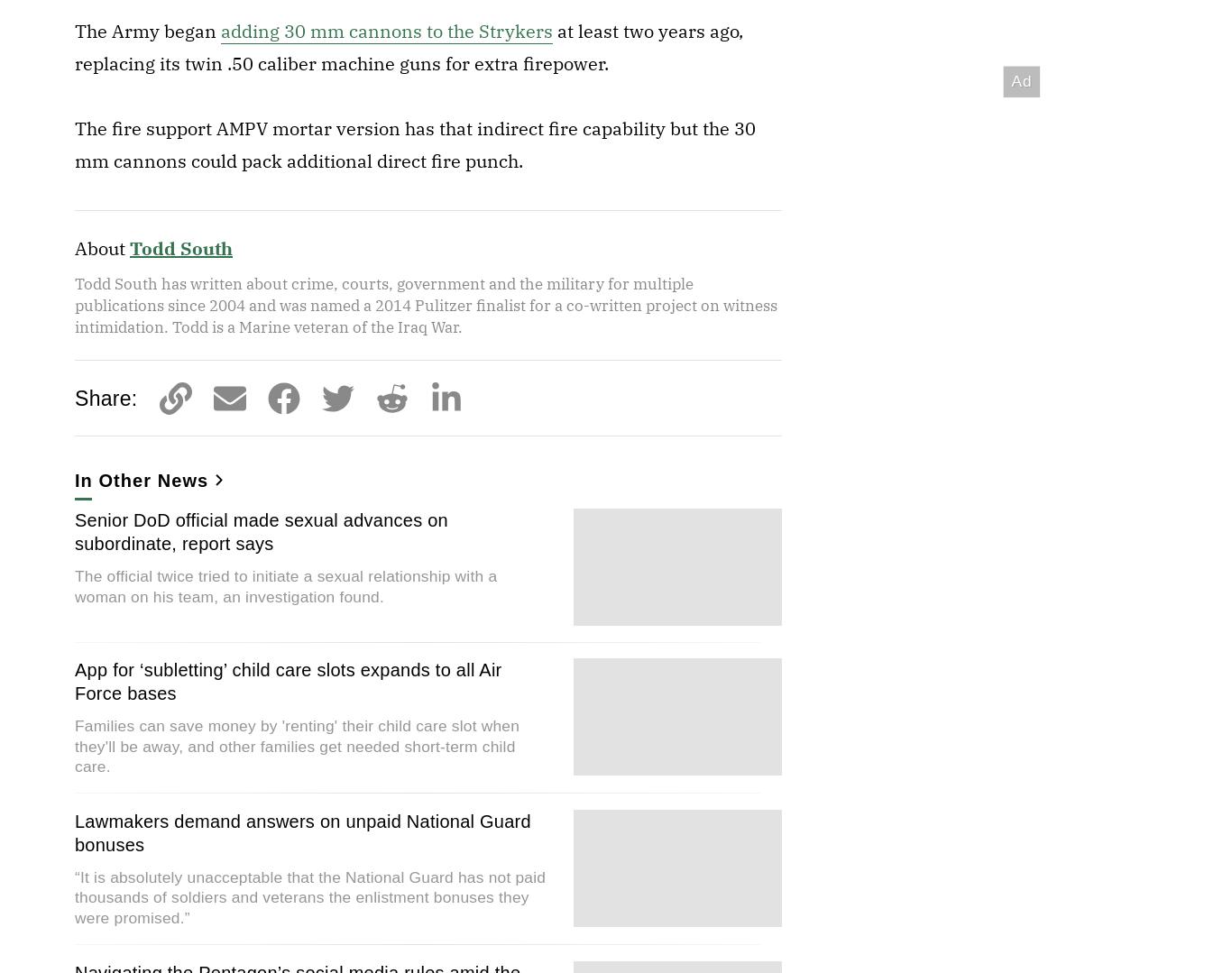 The image size is (1232, 973). Describe the element at coordinates (386, 31) in the screenshot. I see `'adding 30 mm cannons to the Strykers'` at that location.